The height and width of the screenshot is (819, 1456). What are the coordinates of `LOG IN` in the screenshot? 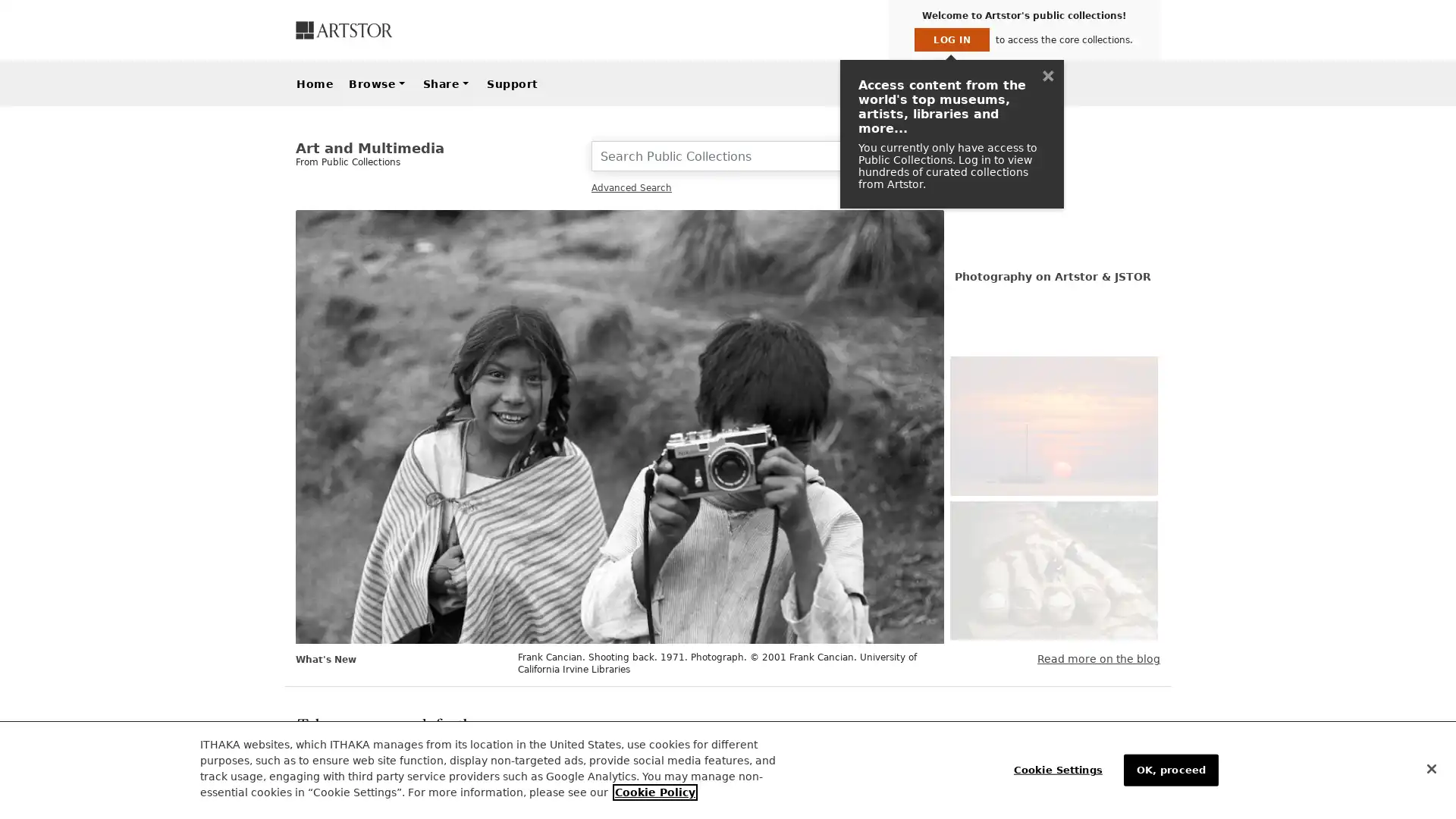 It's located at (951, 39).